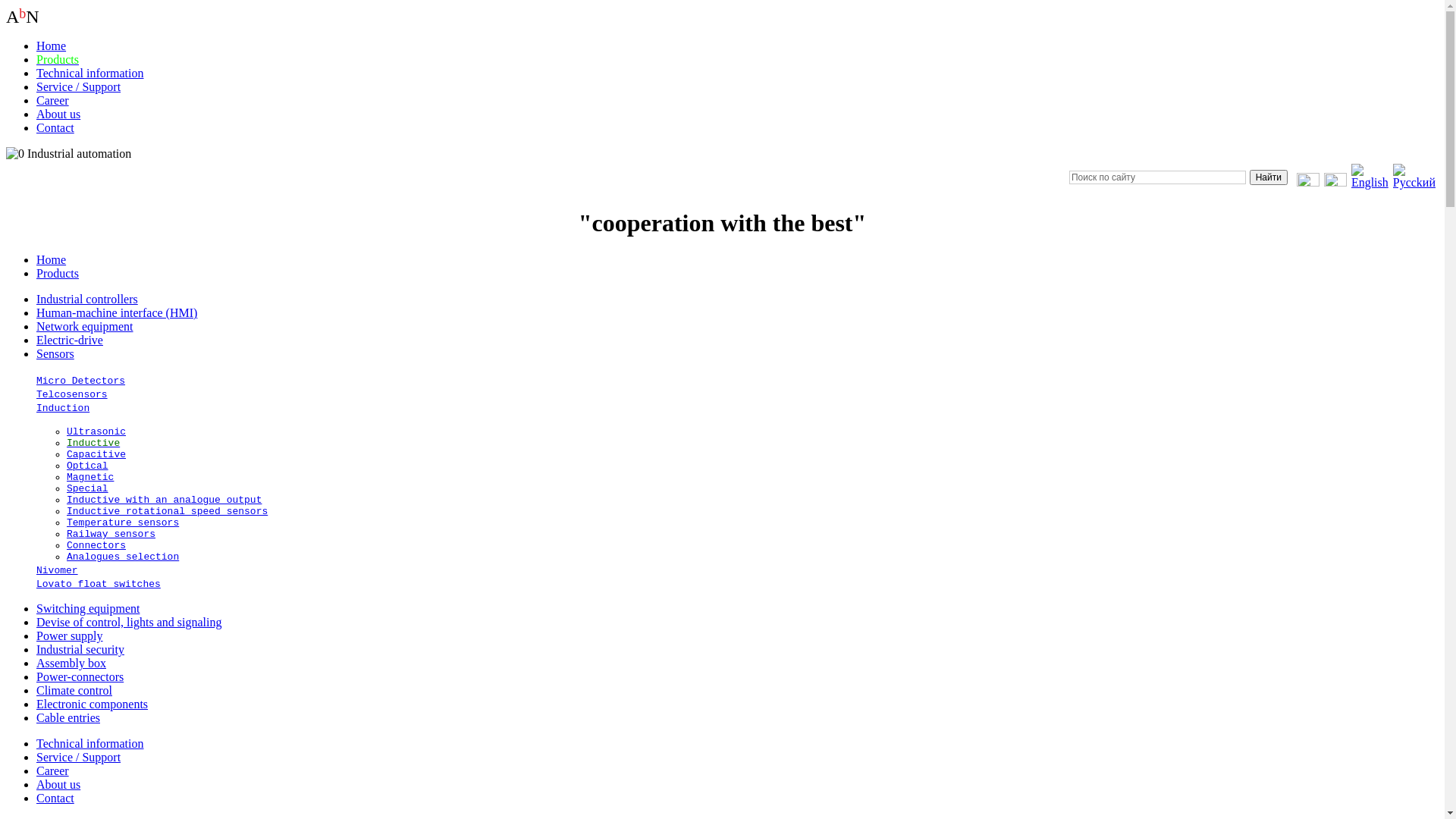 The width and height of the screenshot is (1456, 819). What do you see at coordinates (71, 394) in the screenshot?
I see `'Telcosensors'` at bounding box center [71, 394].